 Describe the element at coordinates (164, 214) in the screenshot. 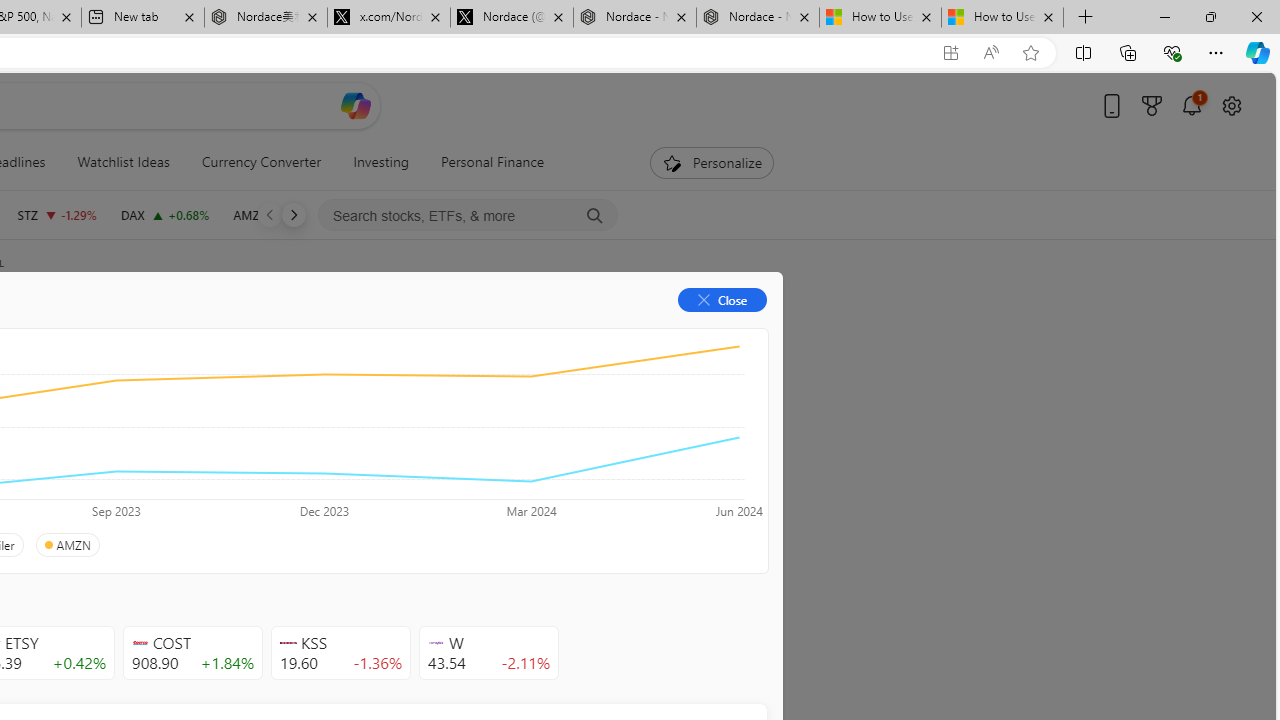

I see `'DAX DAX increase 18,808.50 +126.69 +0.68%'` at that location.